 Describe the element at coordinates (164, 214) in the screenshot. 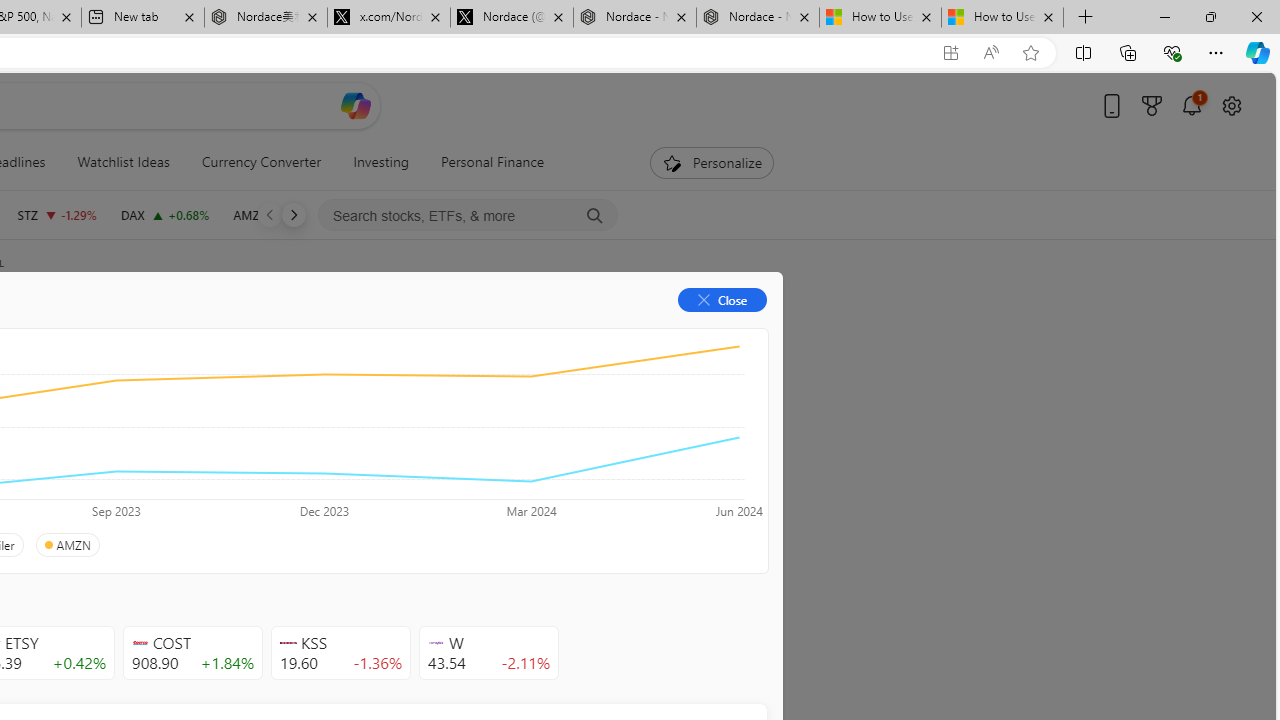

I see `'DAX DAX increase 18,808.50 +126.69 +0.68%'` at that location.